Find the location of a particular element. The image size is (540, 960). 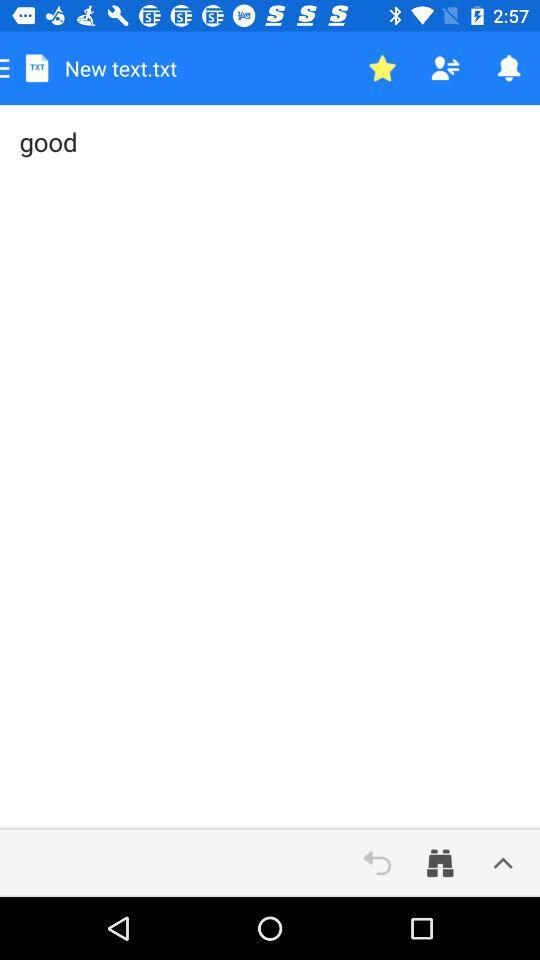

the icon at the center is located at coordinates (270, 467).